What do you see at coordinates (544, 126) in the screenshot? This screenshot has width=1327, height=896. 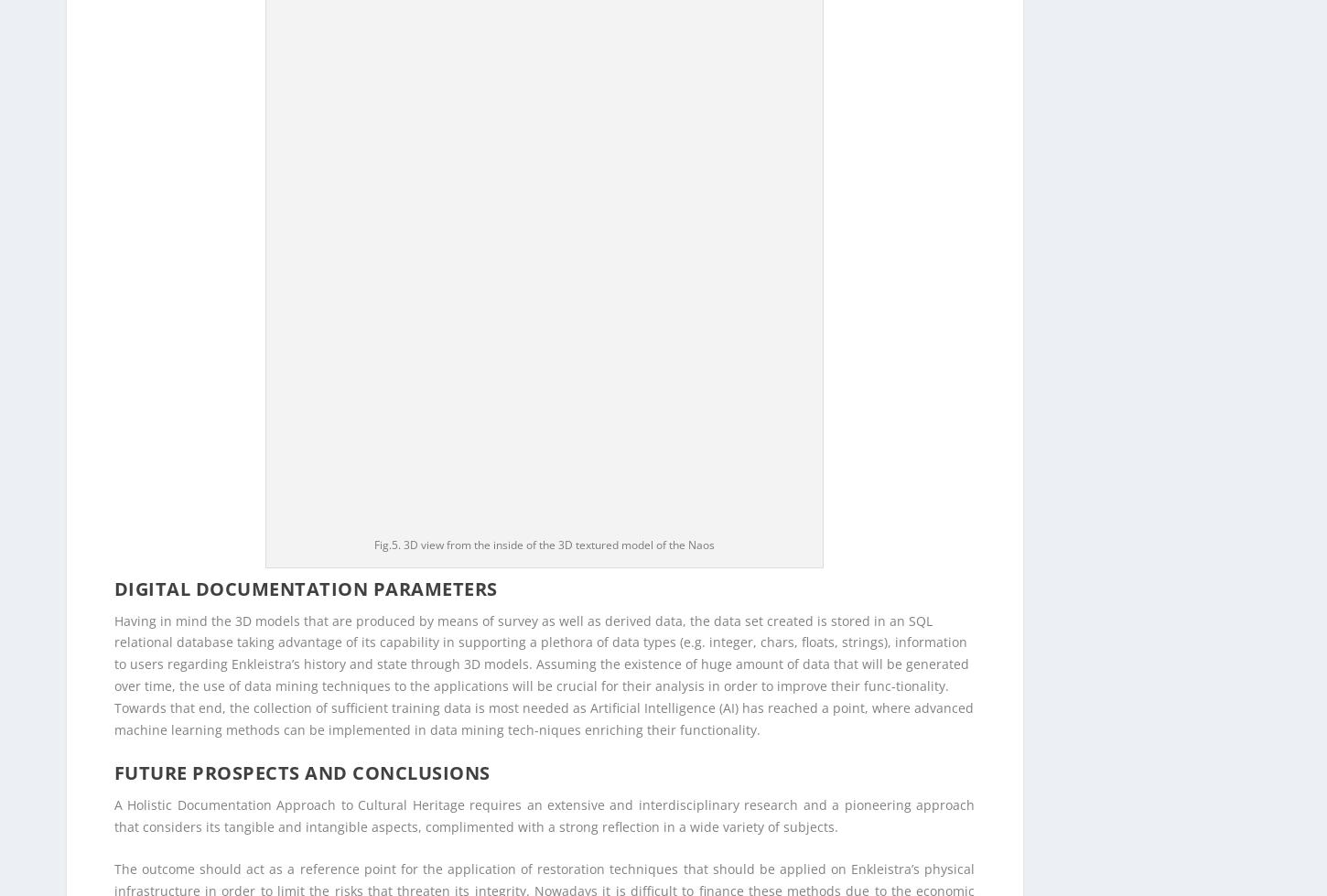 I see `'A Holistic Documentation Approach to Cultural Heritage requires an extensive and interdisciplinary research and a pioneering approach that considers its tangible and intangible aspects, complimented with a strong reflection in a wide variety of subjects.'` at bounding box center [544, 126].